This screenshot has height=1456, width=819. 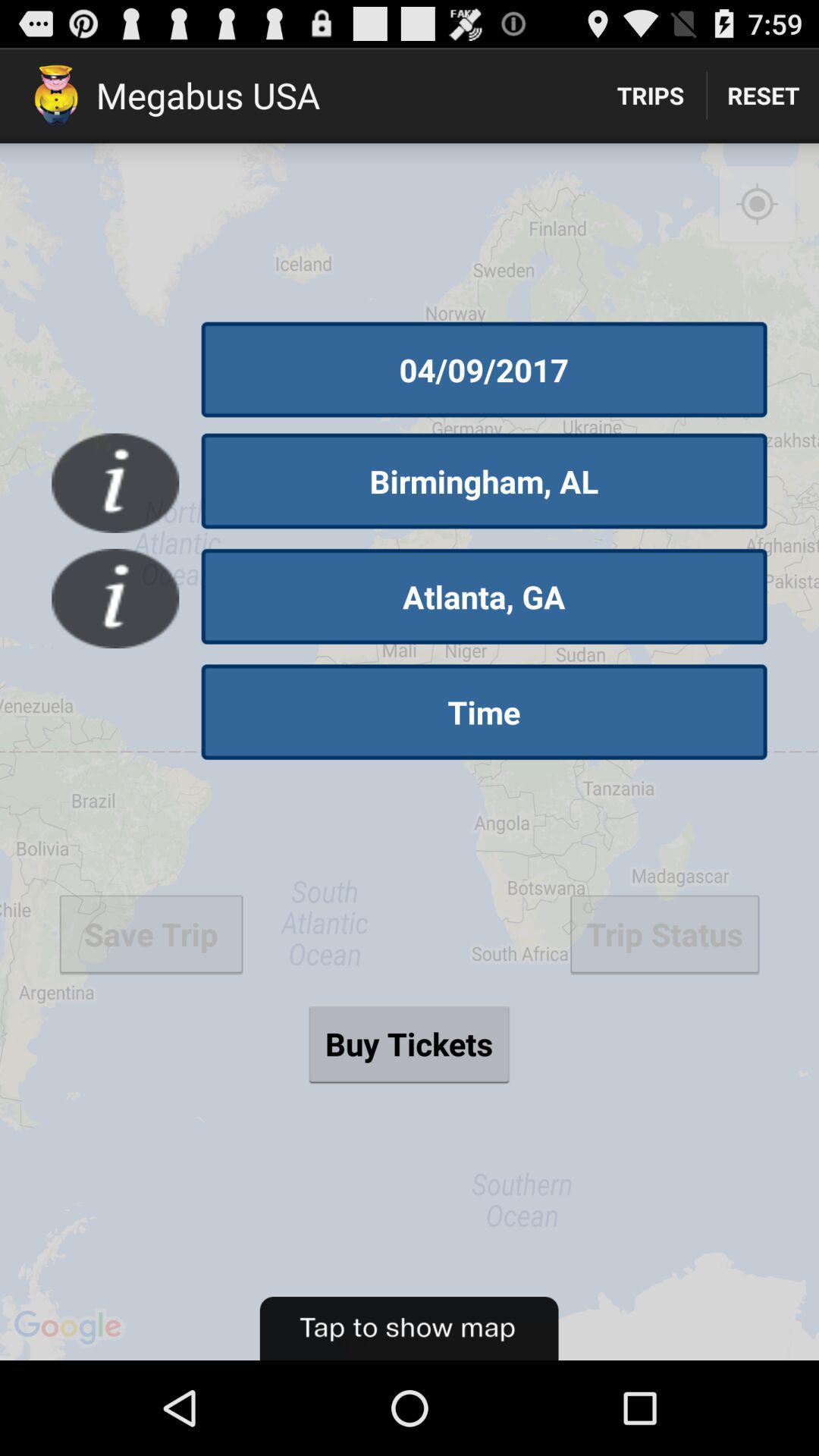 I want to click on button next to the birmingham, al item, so click(x=115, y=482).